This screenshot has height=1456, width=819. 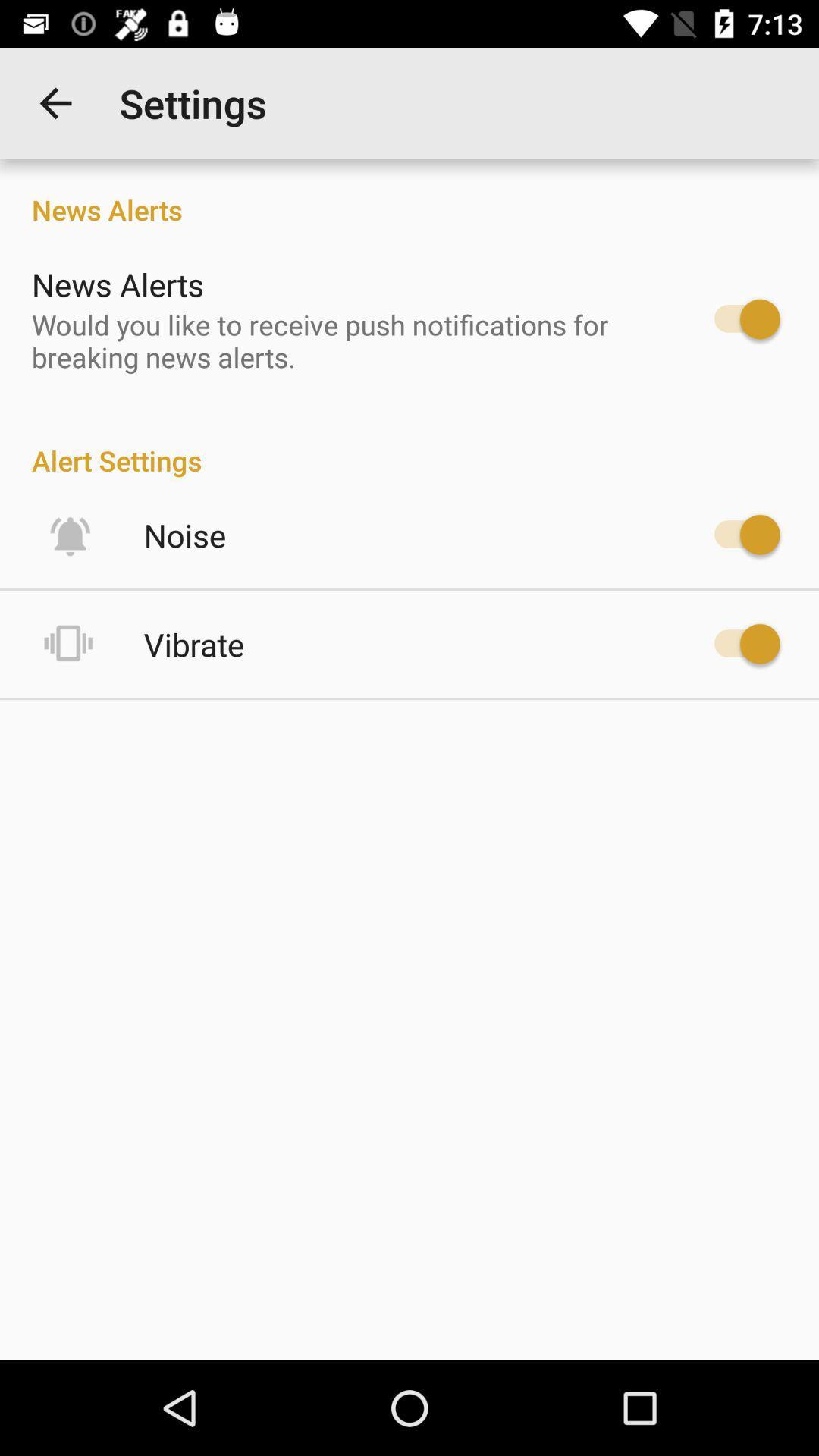 What do you see at coordinates (409, 444) in the screenshot?
I see `alert settings item` at bounding box center [409, 444].